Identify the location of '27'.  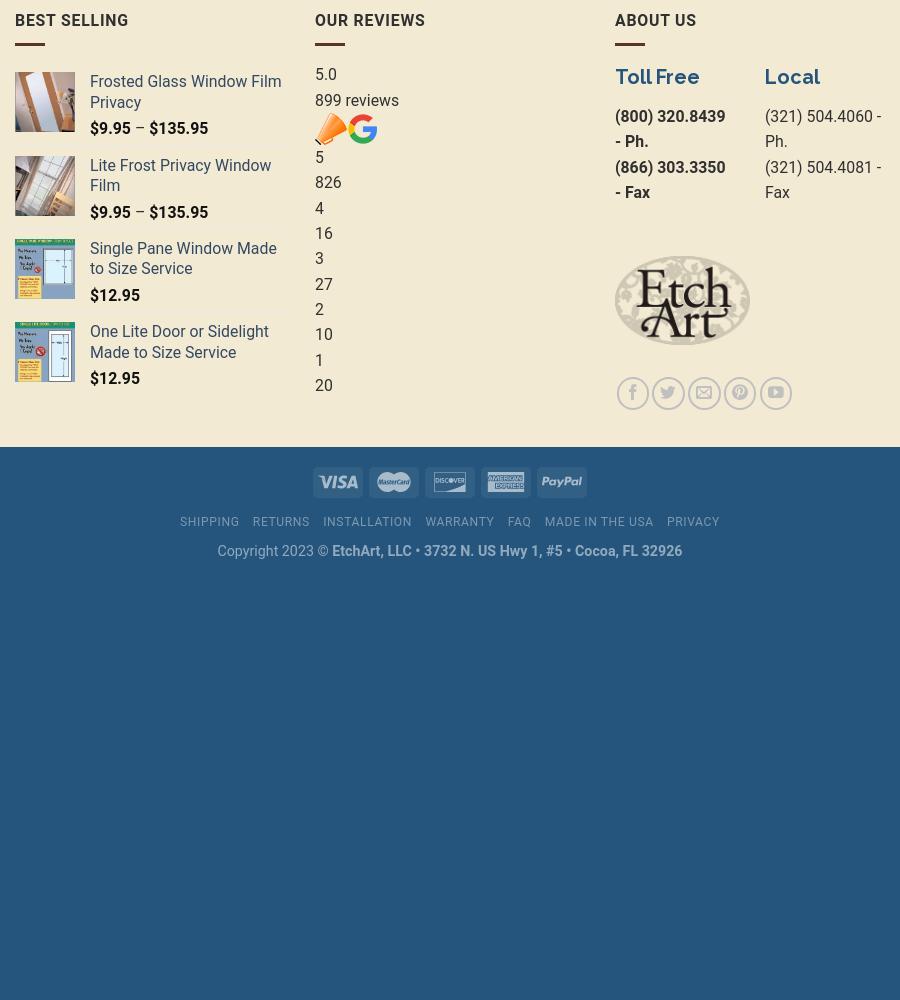
(322, 283).